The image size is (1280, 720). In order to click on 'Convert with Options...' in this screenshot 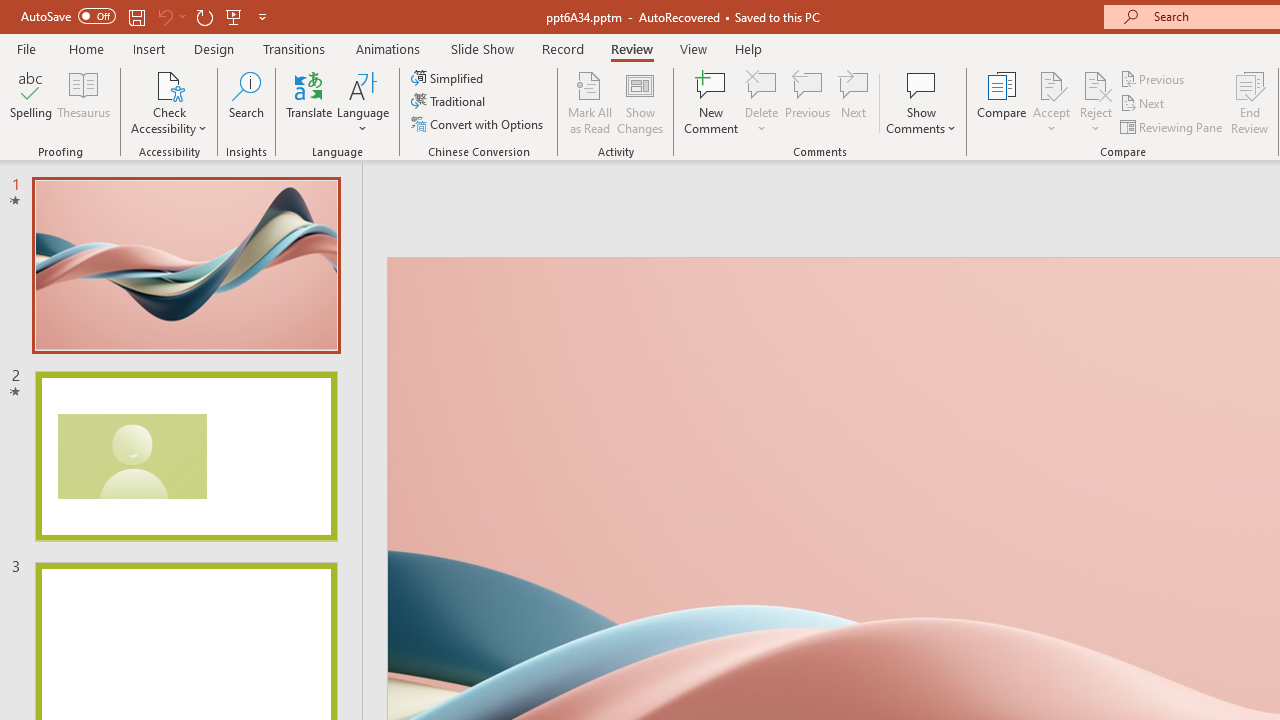, I will do `click(478, 124)`.